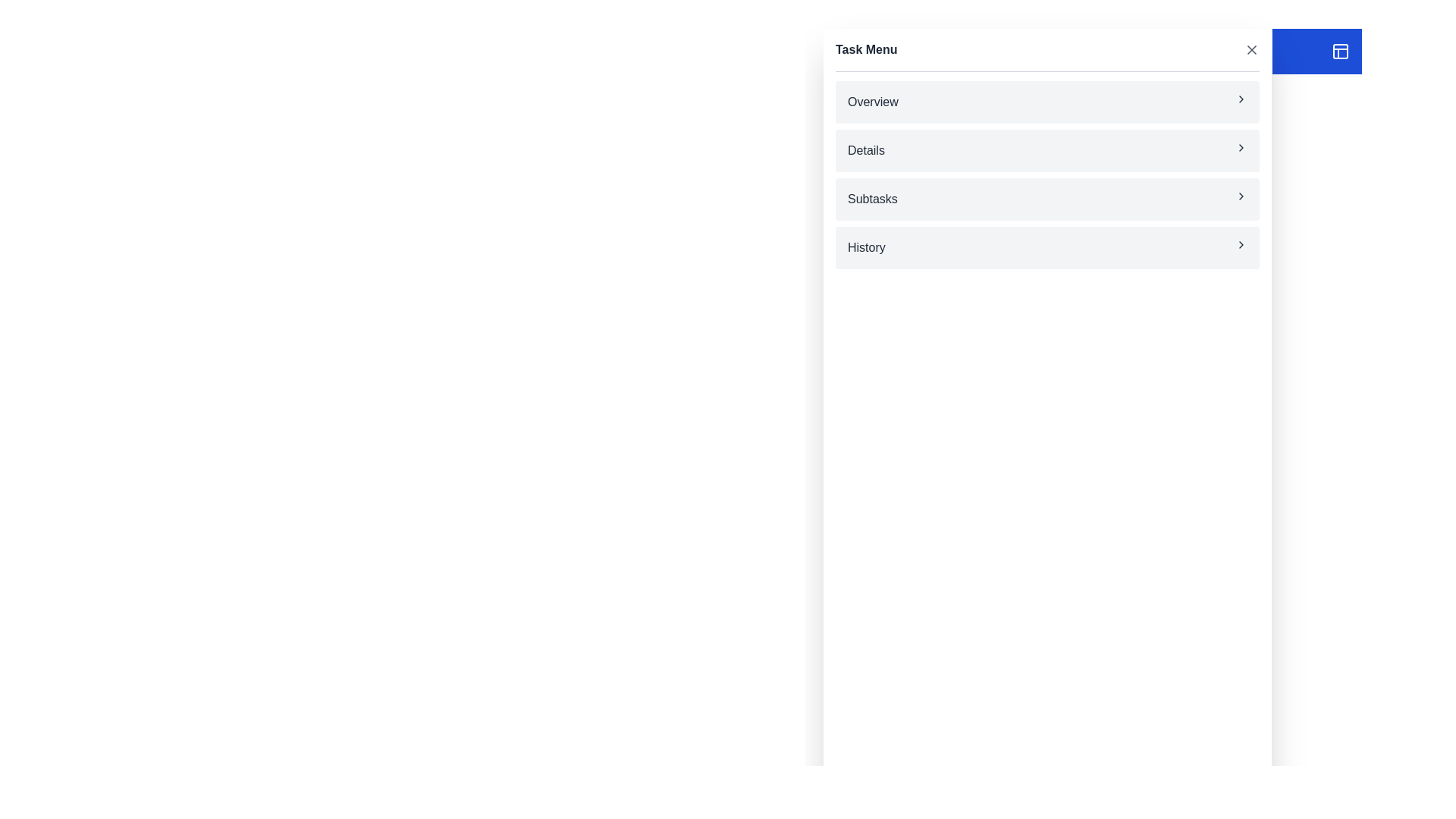  I want to click on the 'History' menu item text label, so click(866, 247).